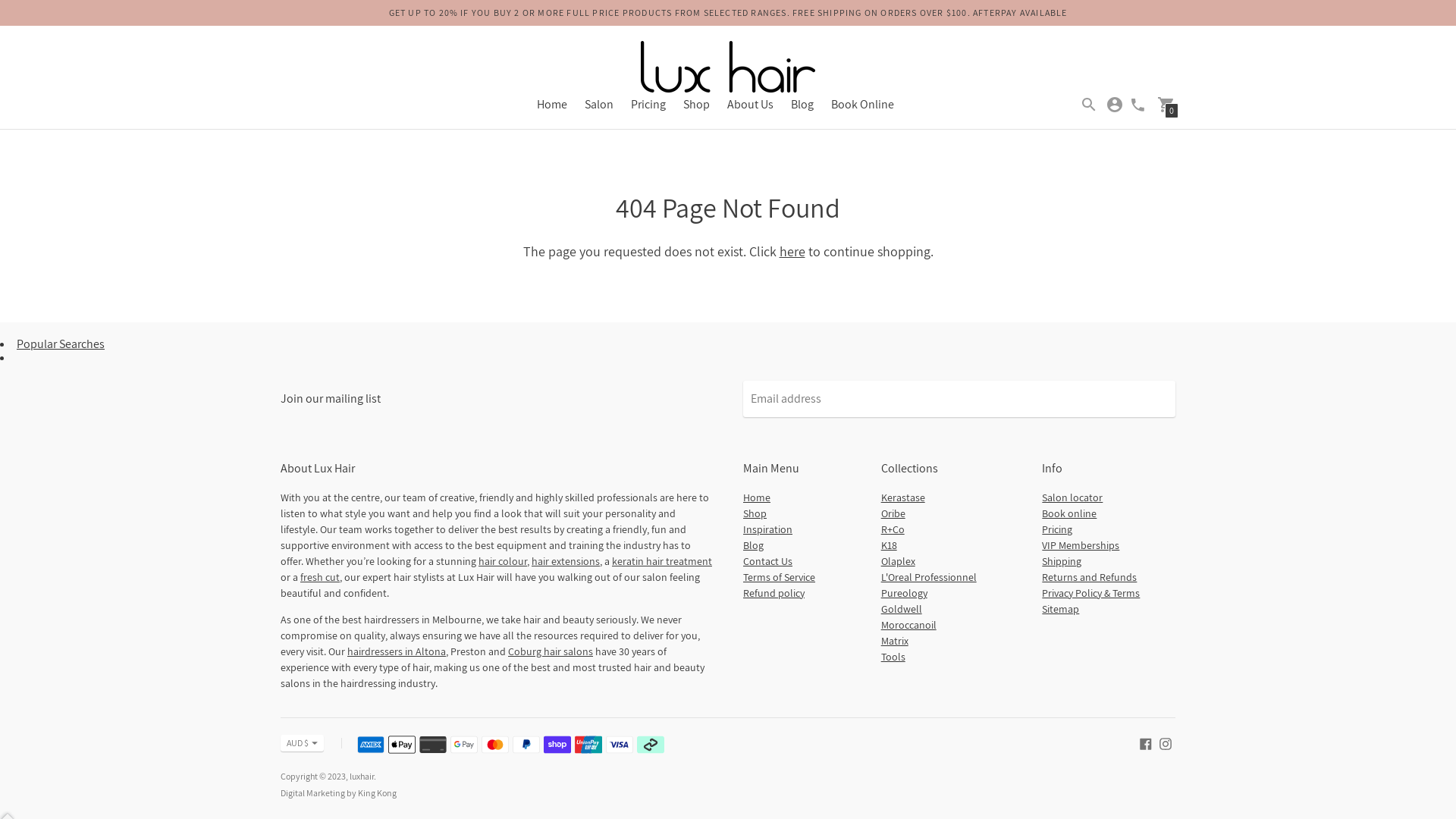 The height and width of the screenshot is (819, 1456). Describe the element at coordinates (1072, 497) in the screenshot. I see `'Salon locator'` at that location.